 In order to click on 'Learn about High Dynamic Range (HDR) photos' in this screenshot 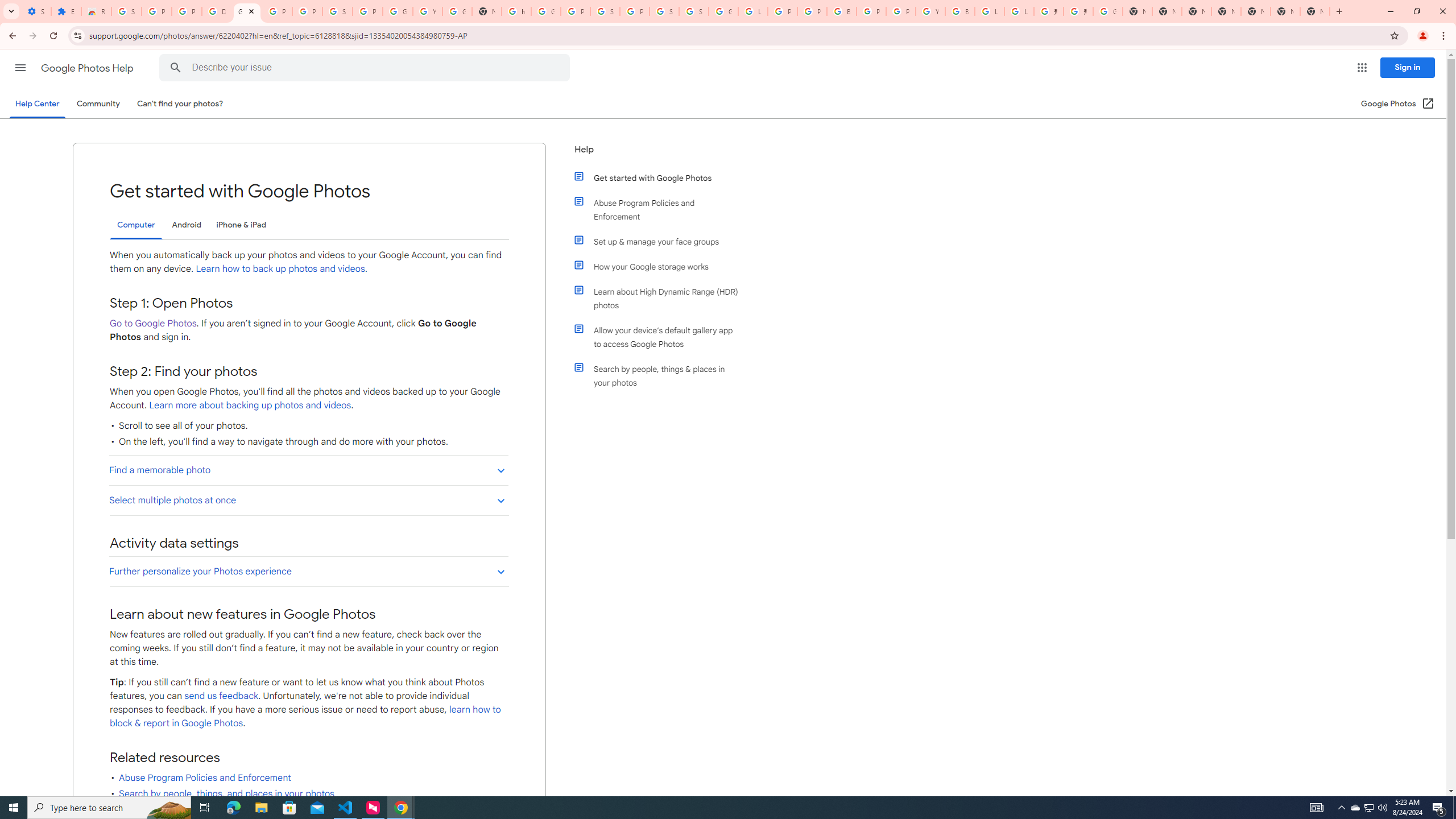, I will do `click(661, 298)`.